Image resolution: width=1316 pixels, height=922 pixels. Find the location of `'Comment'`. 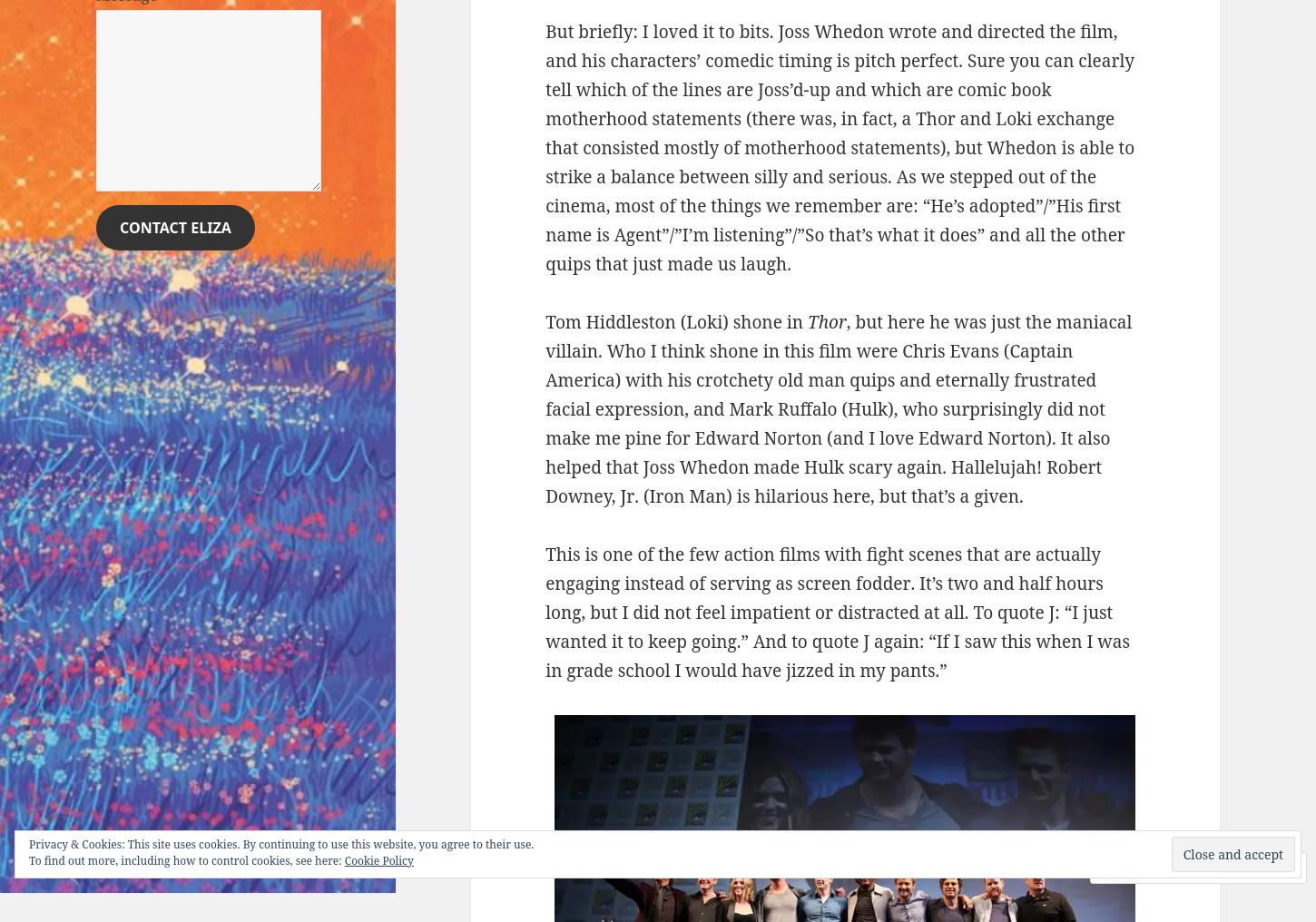

'Comment' is located at coordinates (1150, 868).